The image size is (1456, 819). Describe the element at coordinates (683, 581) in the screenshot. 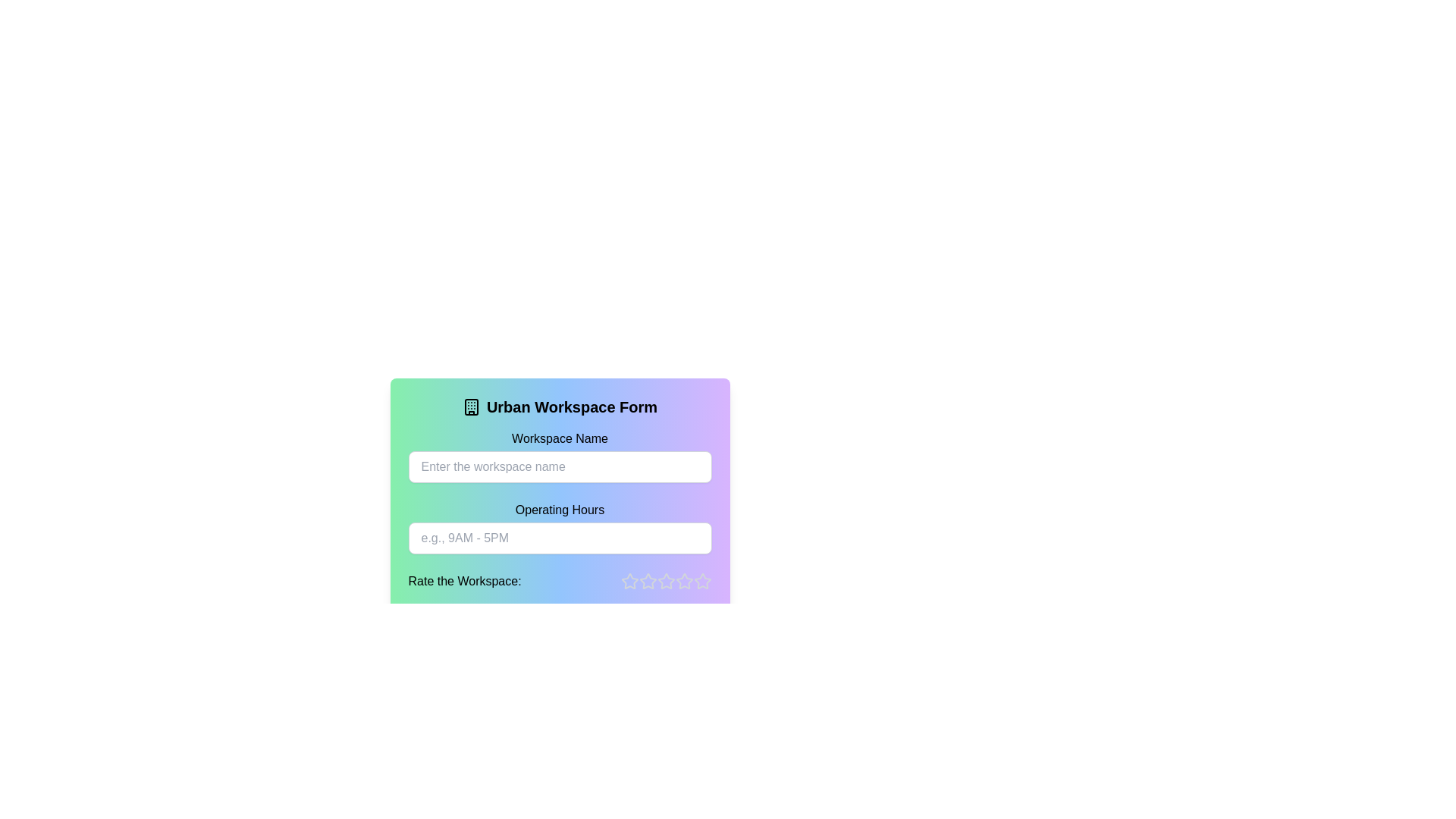

I see `the fifth hollow star icon` at that location.